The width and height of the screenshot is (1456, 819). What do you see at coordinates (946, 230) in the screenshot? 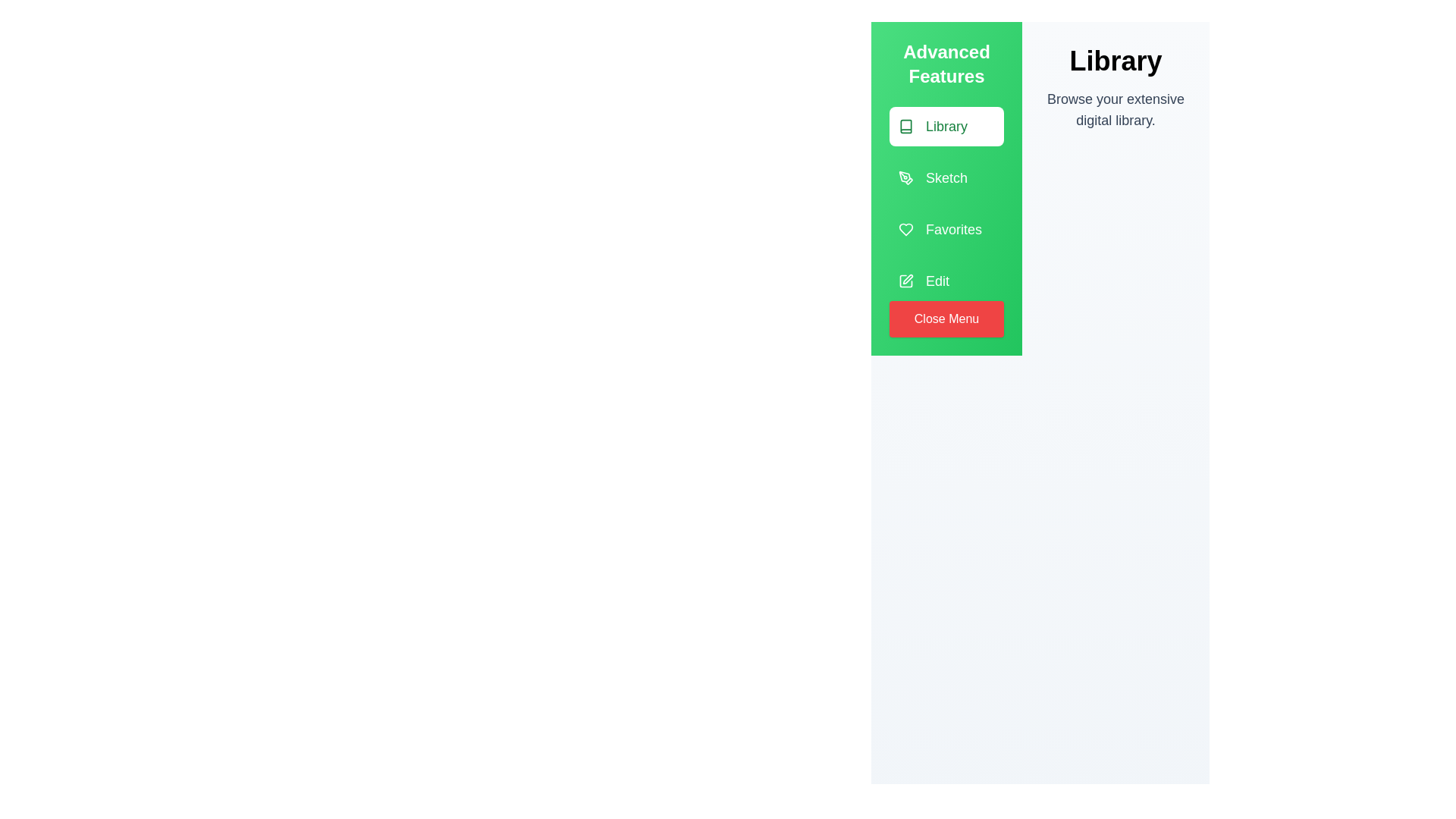
I see `the menu item 'Favorites' by clicking on it` at bounding box center [946, 230].